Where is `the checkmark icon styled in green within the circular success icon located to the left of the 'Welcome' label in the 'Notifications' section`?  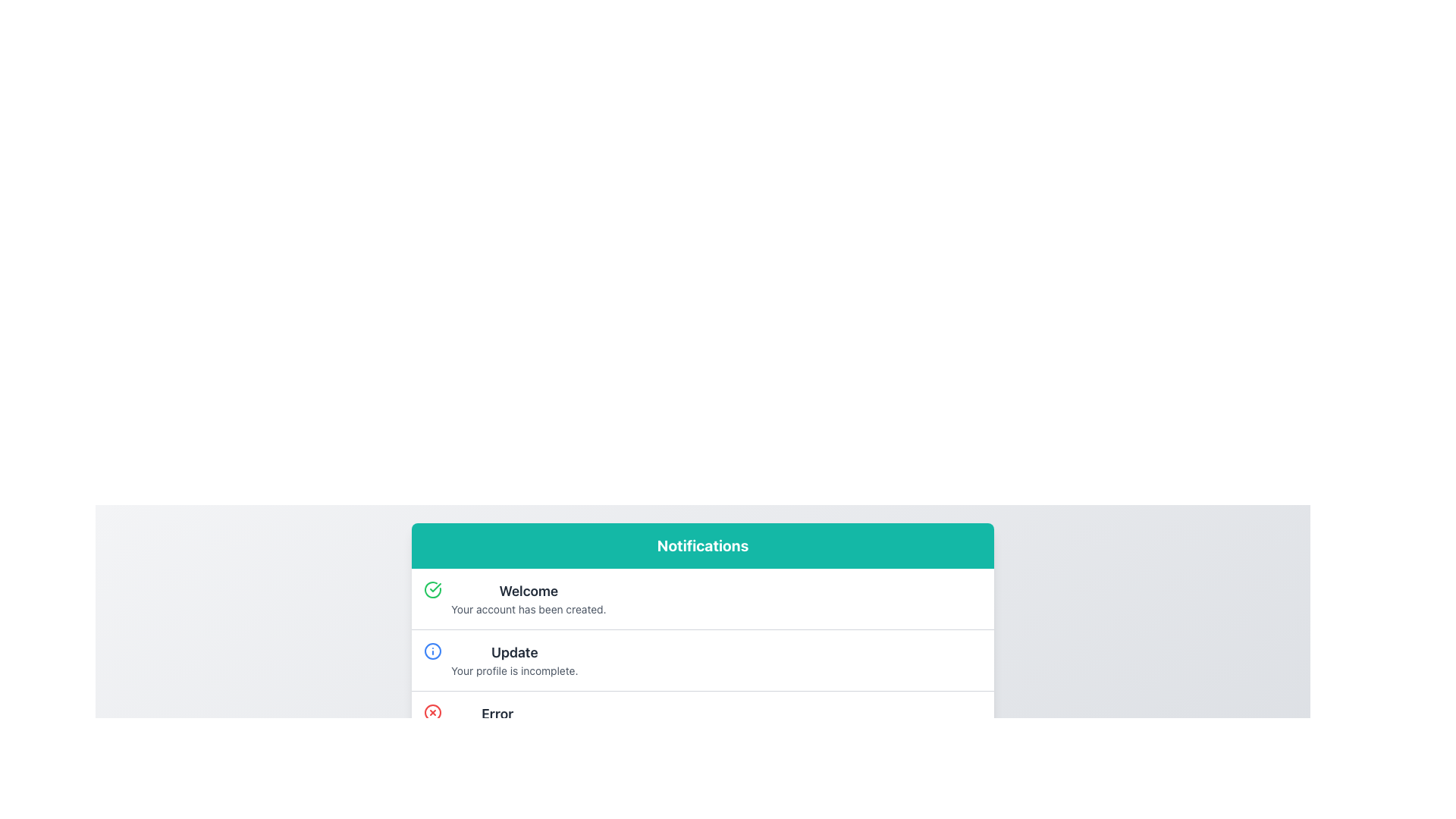 the checkmark icon styled in green within the circular success icon located to the left of the 'Welcome' label in the 'Notifications' section is located at coordinates (435, 587).